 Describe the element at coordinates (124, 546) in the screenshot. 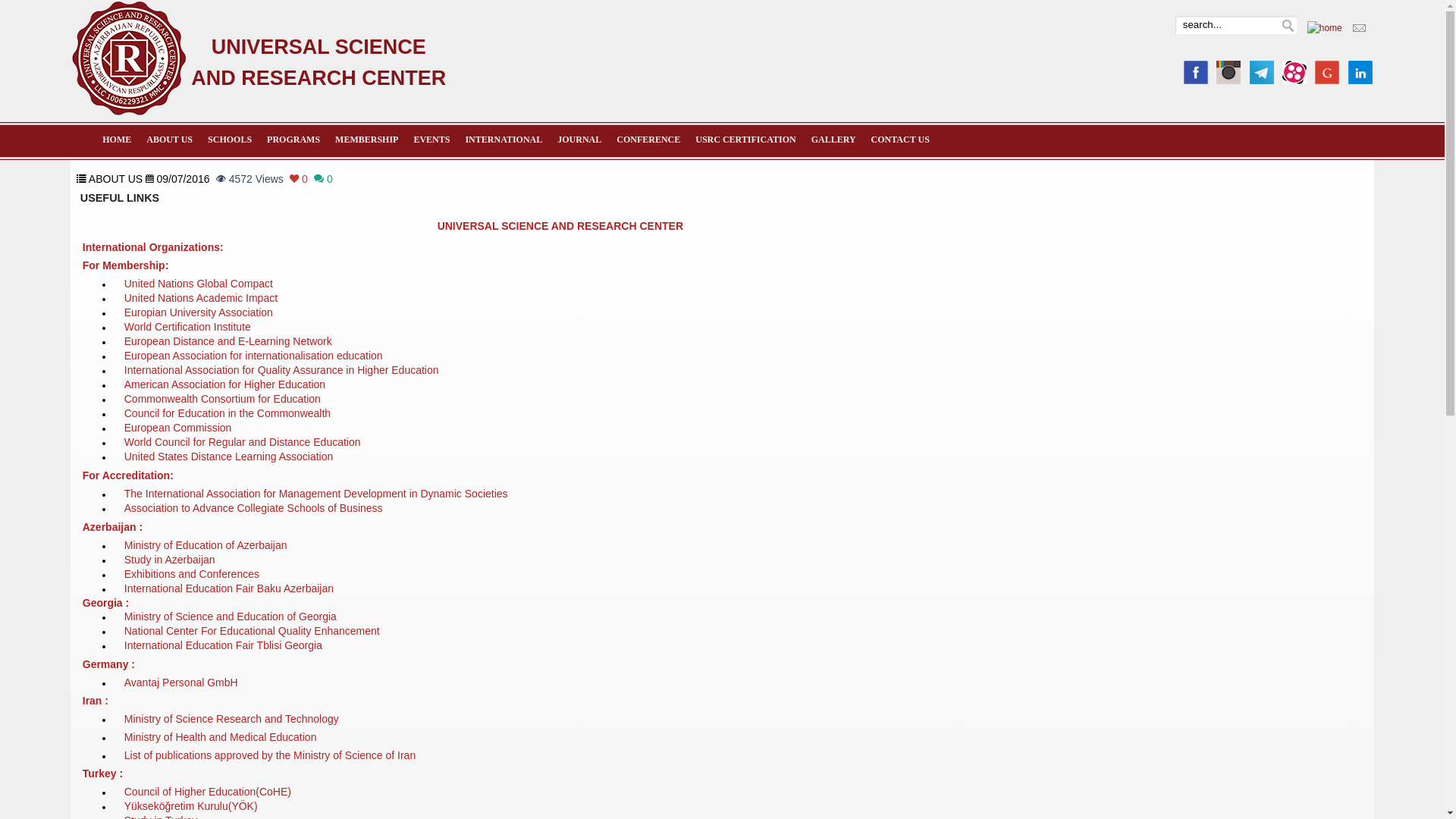

I see `'Ministry of Education of Azerbaijan'` at that location.